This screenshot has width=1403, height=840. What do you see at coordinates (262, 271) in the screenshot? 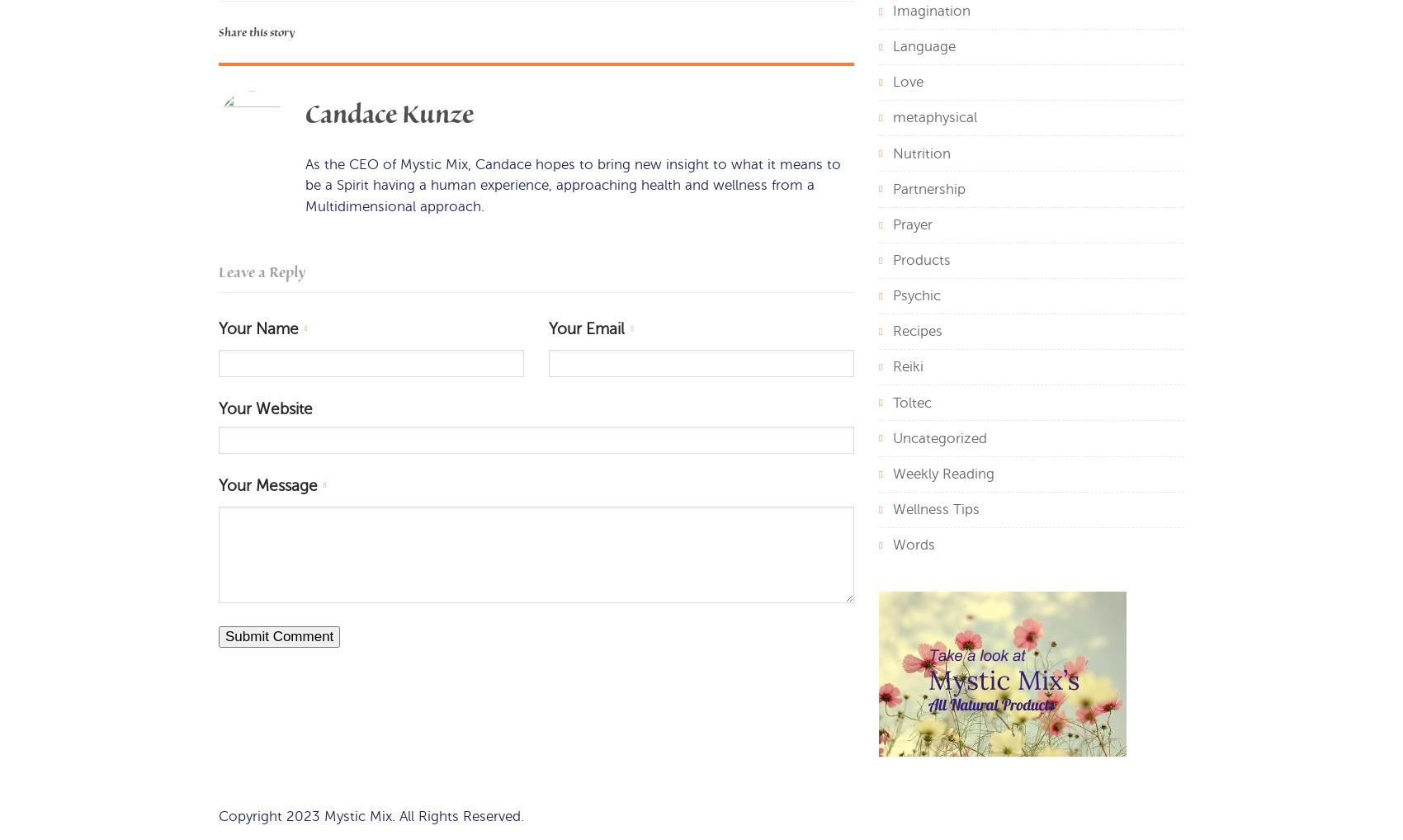
I see `'Leave a Reply'` at bounding box center [262, 271].